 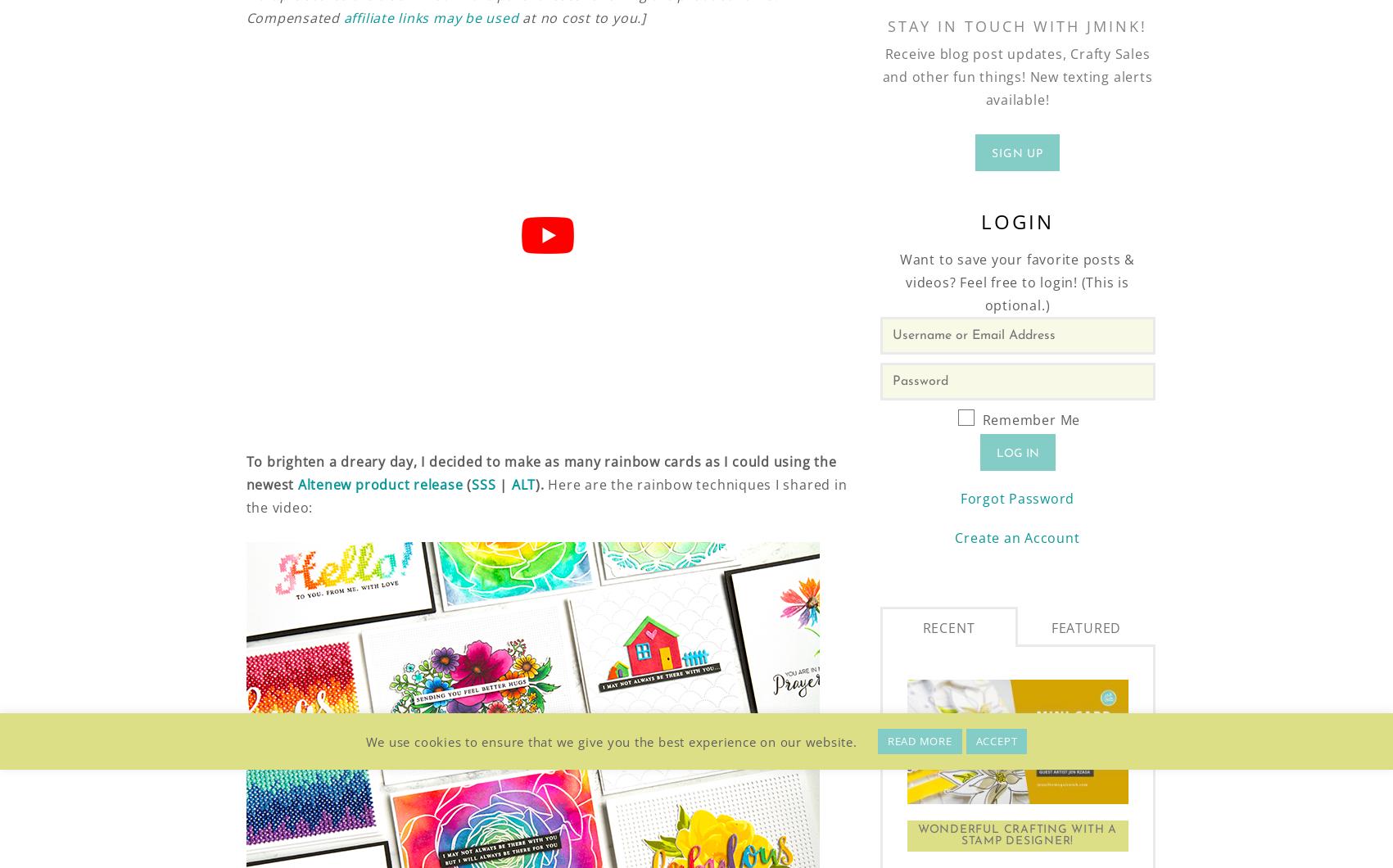 I want to click on '(', so click(x=463, y=485).